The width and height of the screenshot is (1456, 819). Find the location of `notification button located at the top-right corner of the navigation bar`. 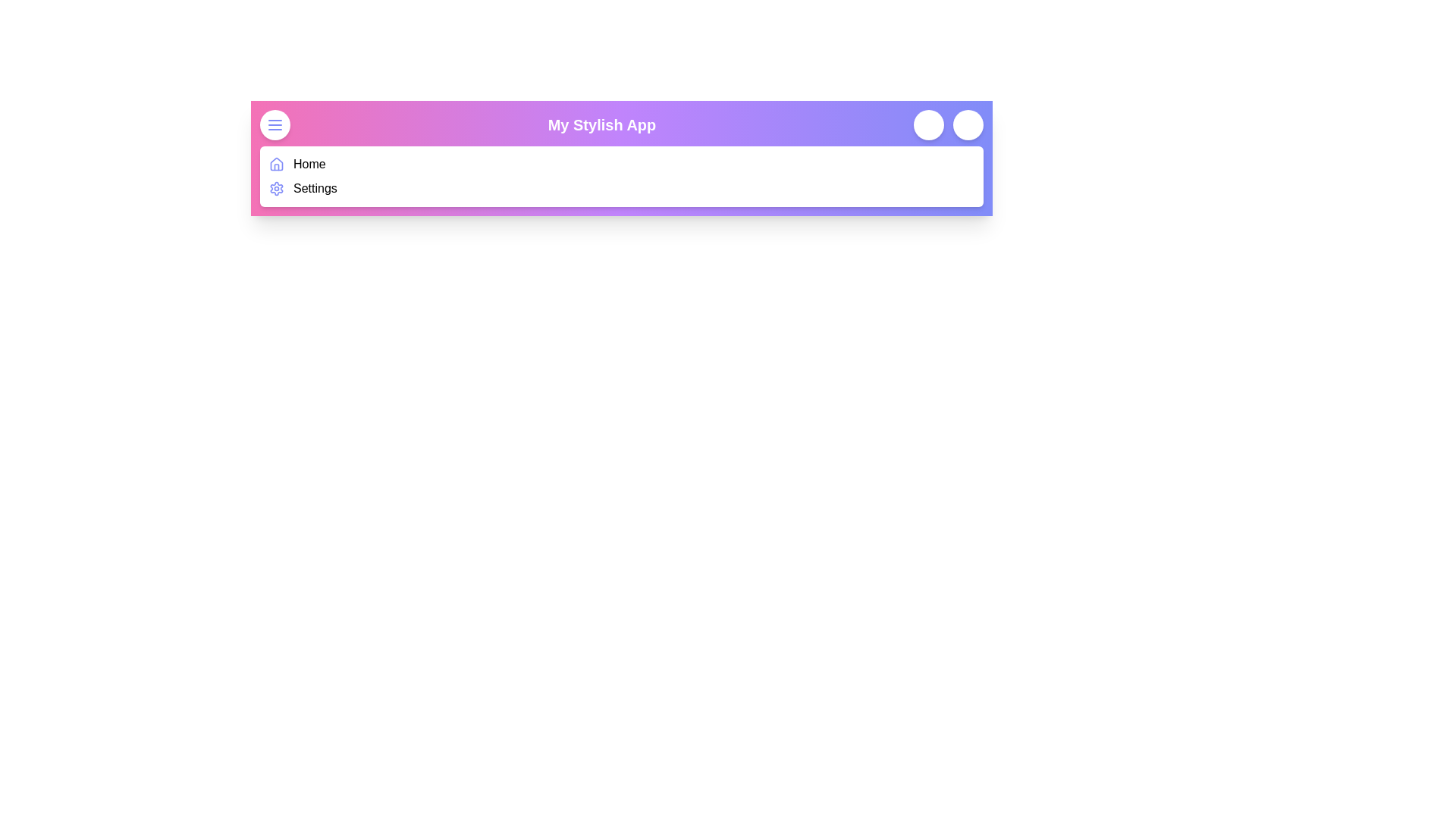

notification button located at the top-right corner of the navigation bar is located at coordinates (927, 124).